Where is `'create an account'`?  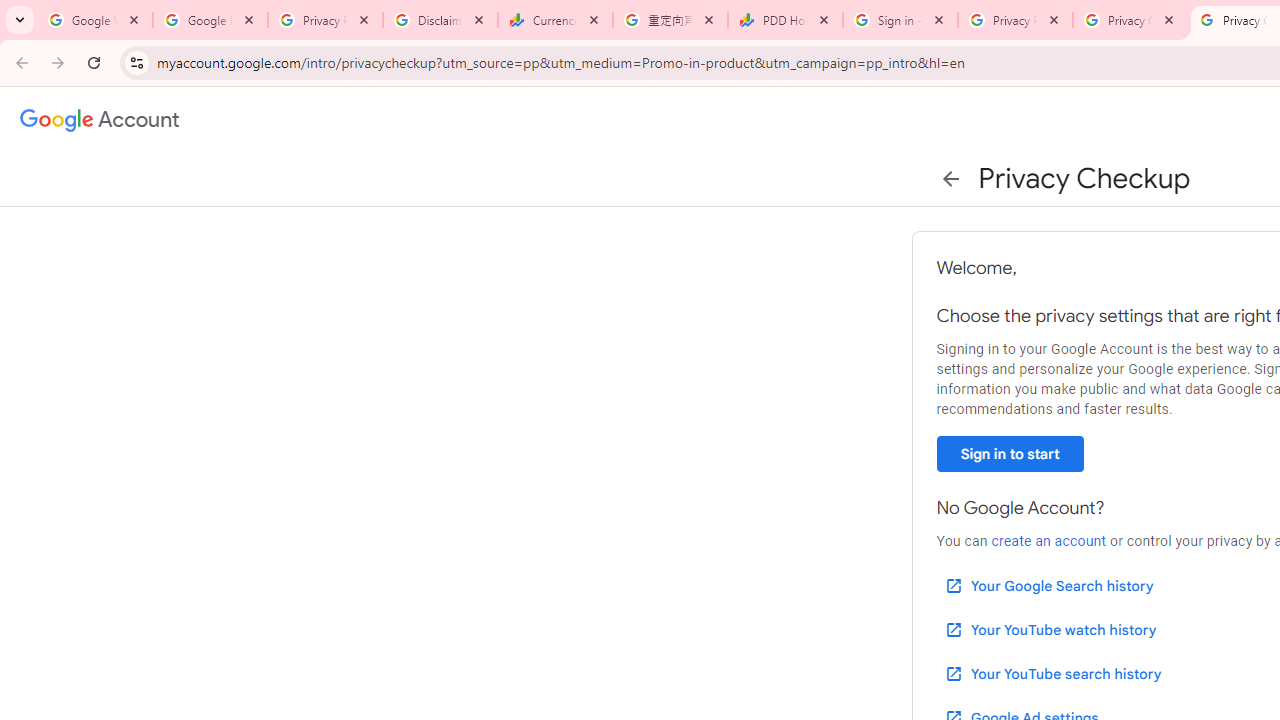
'create an account' is located at coordinates (1047, 541).